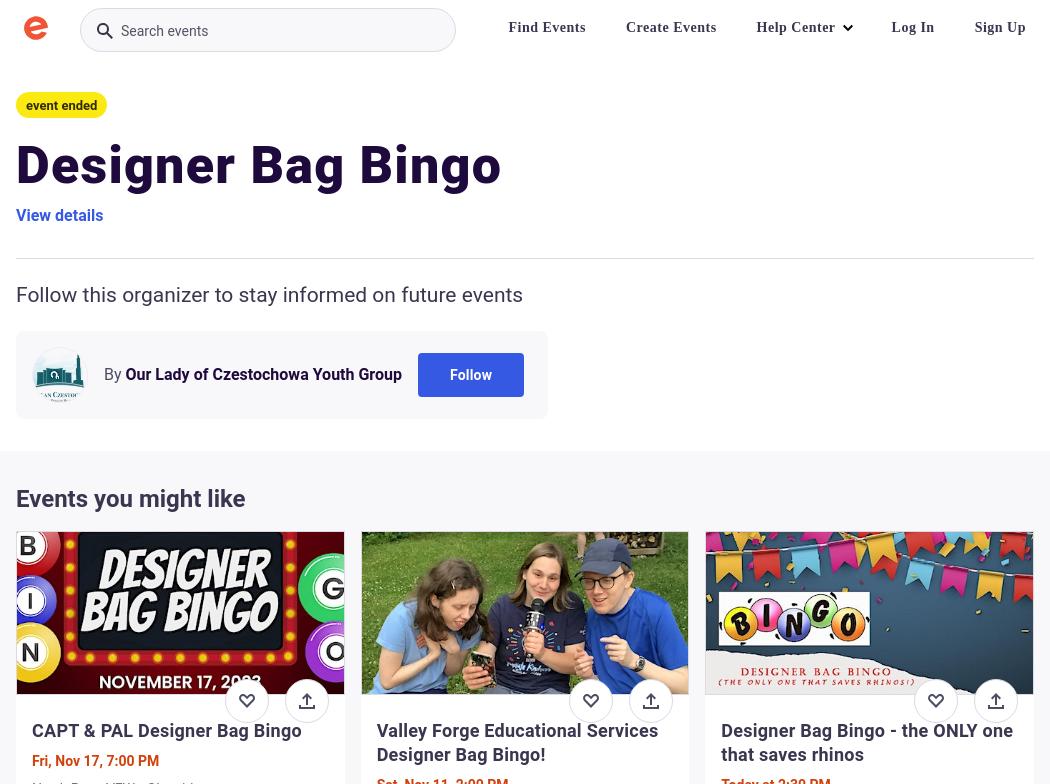  What do you see at coordinates (262, 374) in the screenshot?
I see `'Our Lady of Czestochowa Youth Group'` at bounding box center [262, 374].